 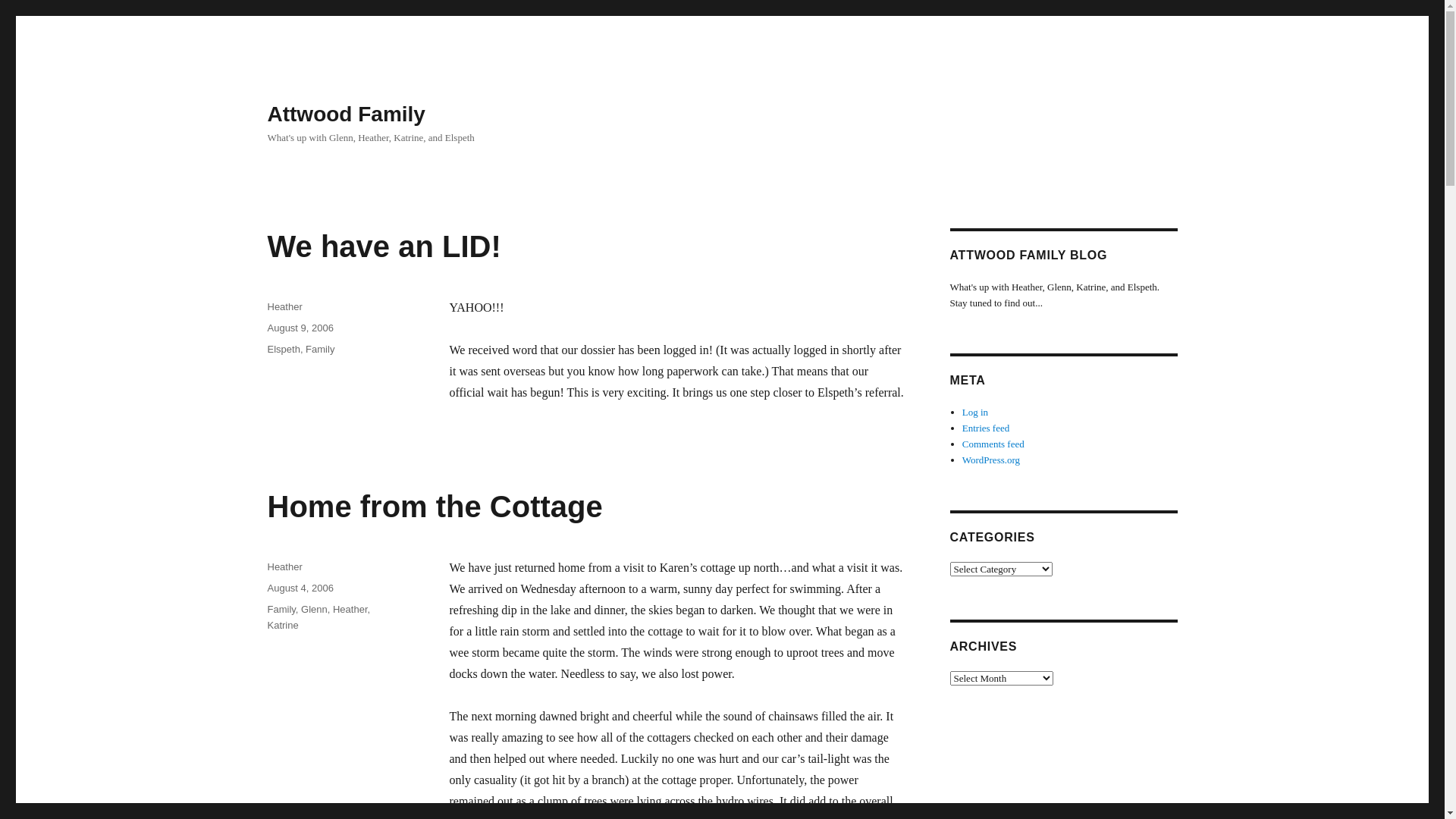 What do you see at coordinates (281, 608) in the screenshot?
I see `'Family'` at bounding box center [281, 608].